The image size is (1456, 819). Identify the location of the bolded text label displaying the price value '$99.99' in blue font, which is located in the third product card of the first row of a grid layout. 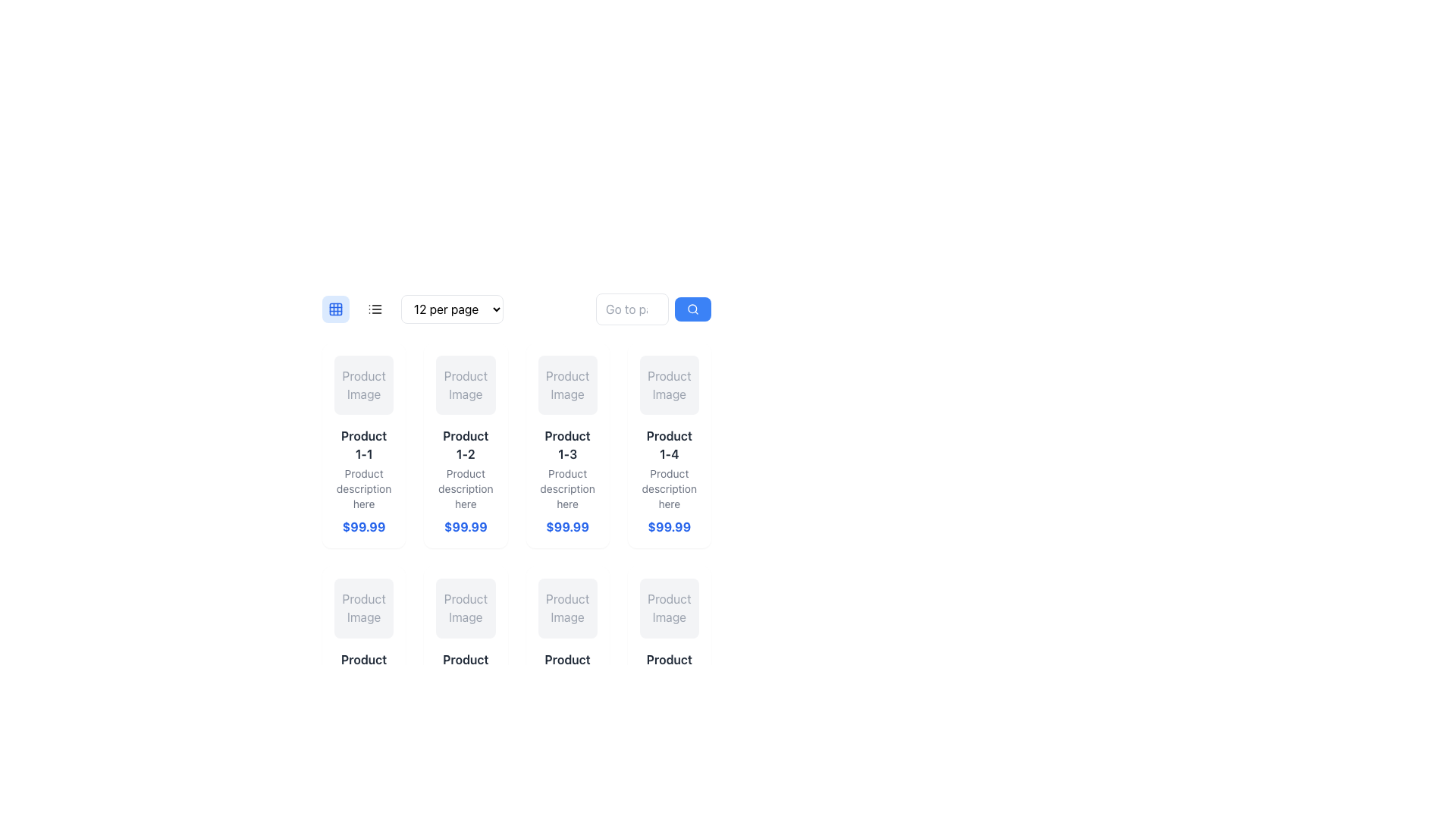
(566, 526).